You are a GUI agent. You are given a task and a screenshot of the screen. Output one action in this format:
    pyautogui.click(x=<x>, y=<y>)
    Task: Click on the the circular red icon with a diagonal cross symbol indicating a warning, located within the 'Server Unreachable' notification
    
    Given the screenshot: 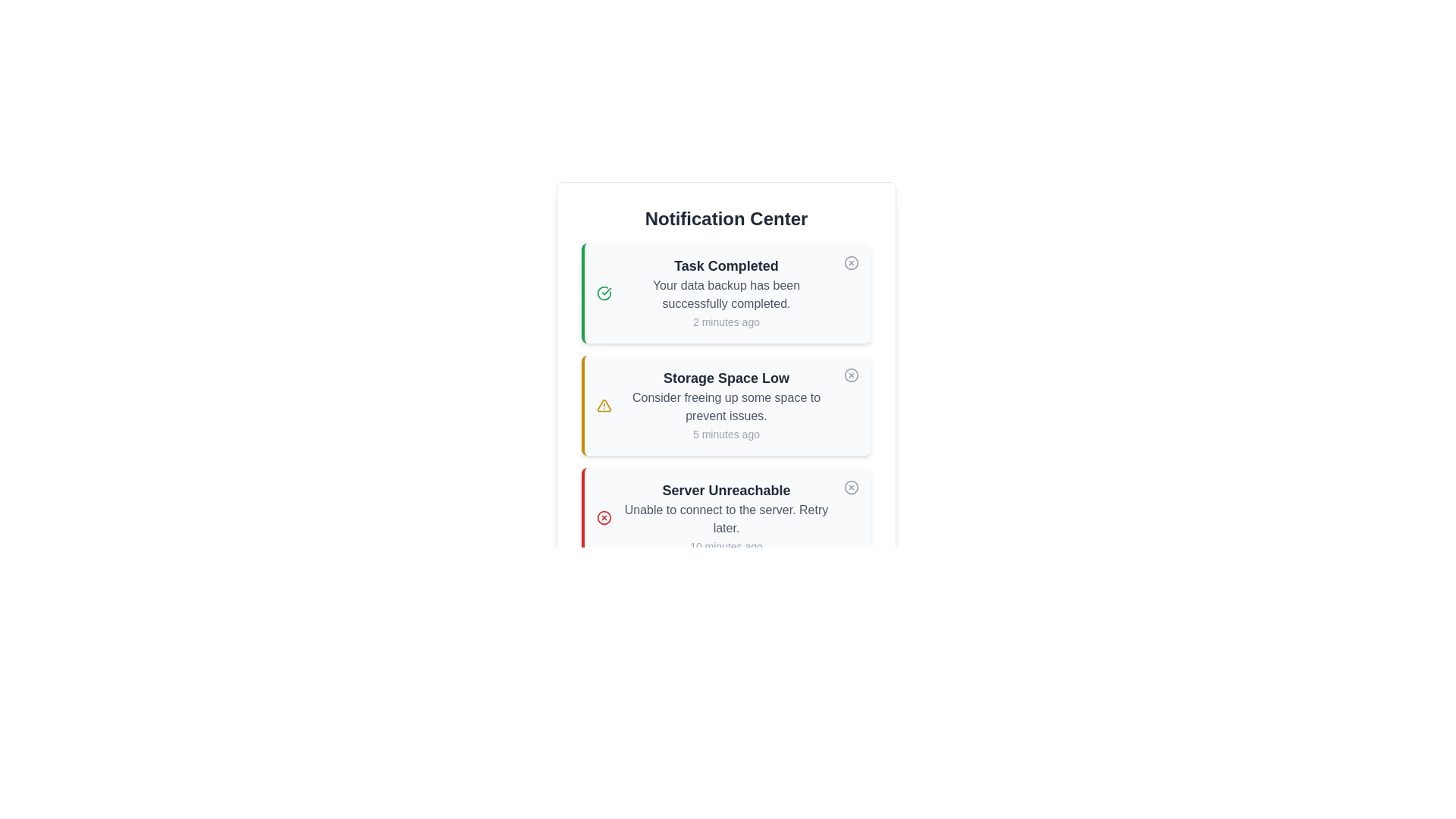 What is the action you would take?
    pyautogui.click(x=603, y=516)
    